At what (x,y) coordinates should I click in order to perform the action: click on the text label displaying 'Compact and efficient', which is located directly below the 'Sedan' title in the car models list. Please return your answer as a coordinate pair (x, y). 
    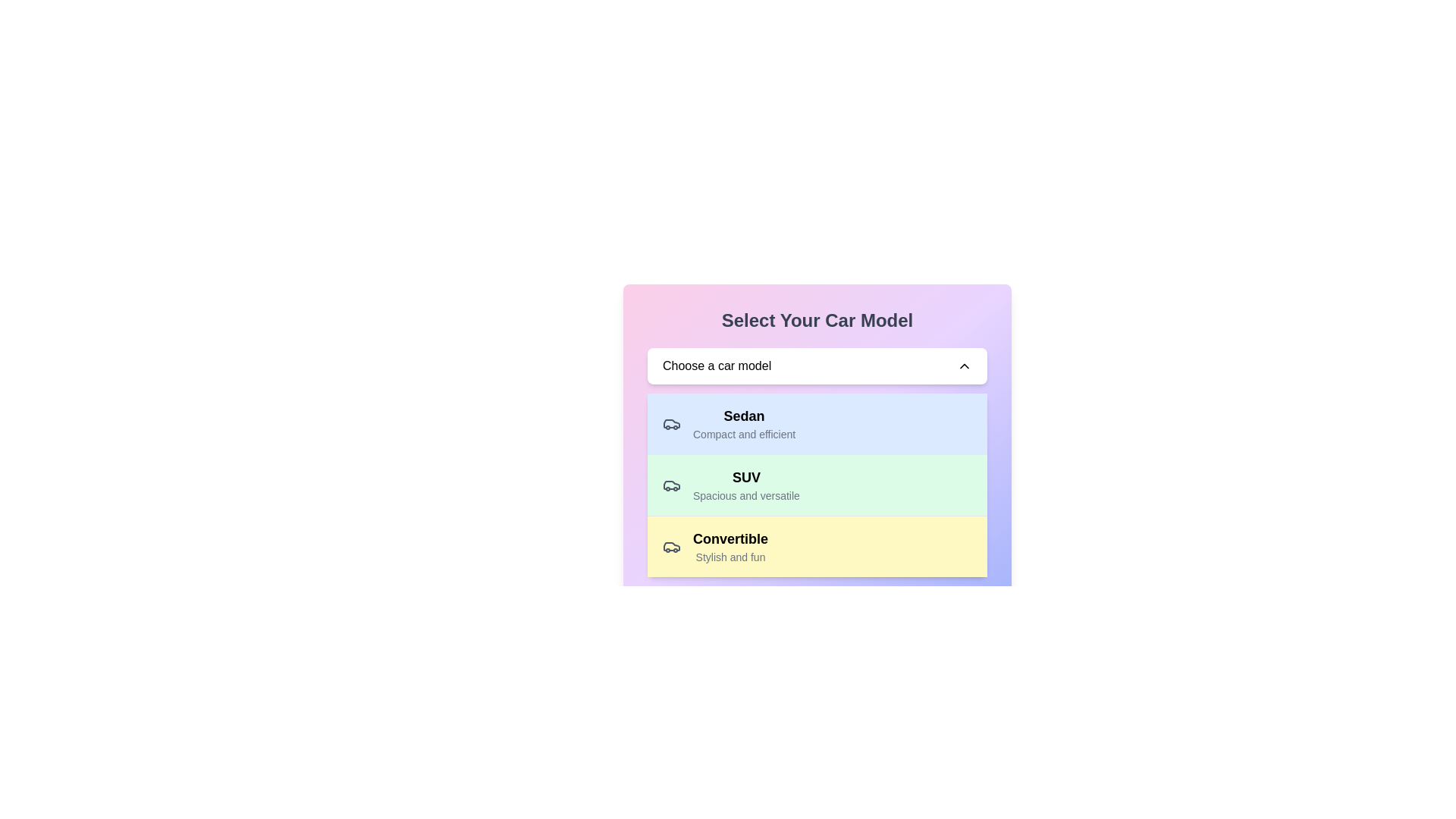
    Looking at the image, I should click on (744, 435).